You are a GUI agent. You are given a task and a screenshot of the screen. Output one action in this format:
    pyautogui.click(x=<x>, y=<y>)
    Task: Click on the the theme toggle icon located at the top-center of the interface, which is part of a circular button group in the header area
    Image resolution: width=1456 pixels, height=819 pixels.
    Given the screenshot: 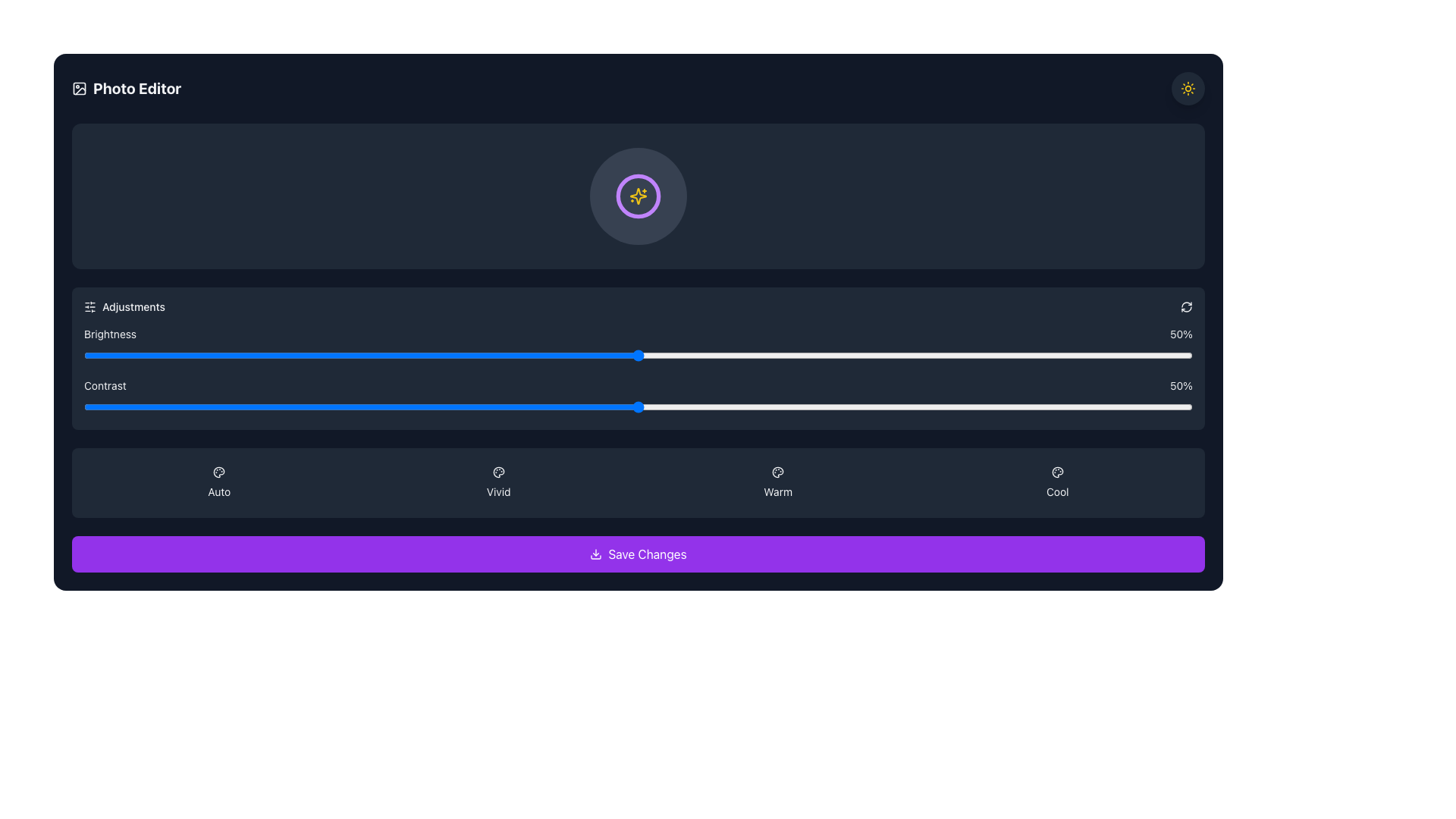 What is the action you would take?
    pyautogui.click(x=1187, y=88)
    